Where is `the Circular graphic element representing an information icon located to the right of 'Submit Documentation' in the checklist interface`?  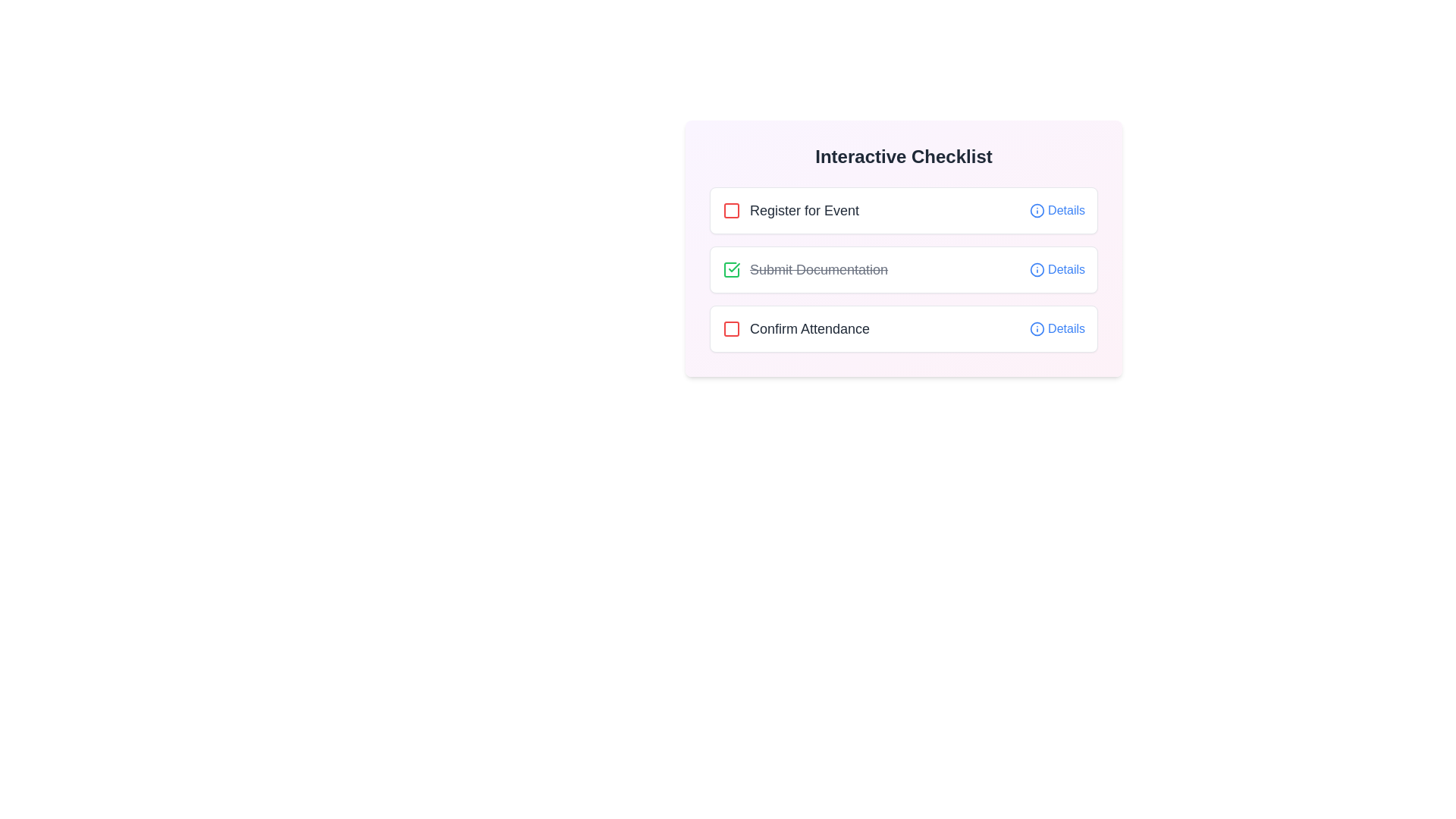
the Circular graphic element representing an information icon located to the right of 'Submit Documentation' in the checklist interface is located at coordinates (1037, 268).